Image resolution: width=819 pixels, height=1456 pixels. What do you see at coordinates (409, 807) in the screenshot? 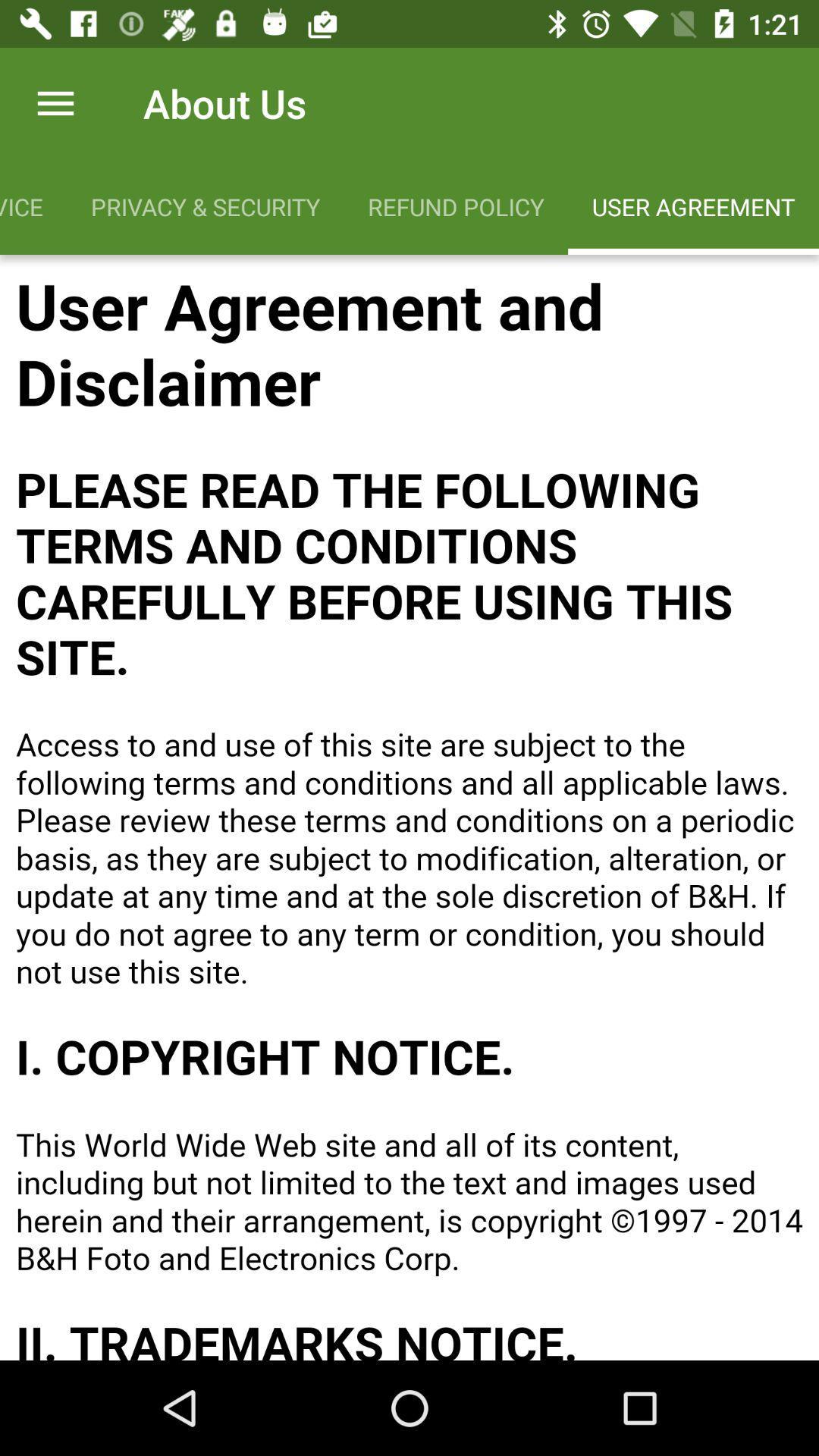
I see `scroll up/down` at bounding box center [409, 807].